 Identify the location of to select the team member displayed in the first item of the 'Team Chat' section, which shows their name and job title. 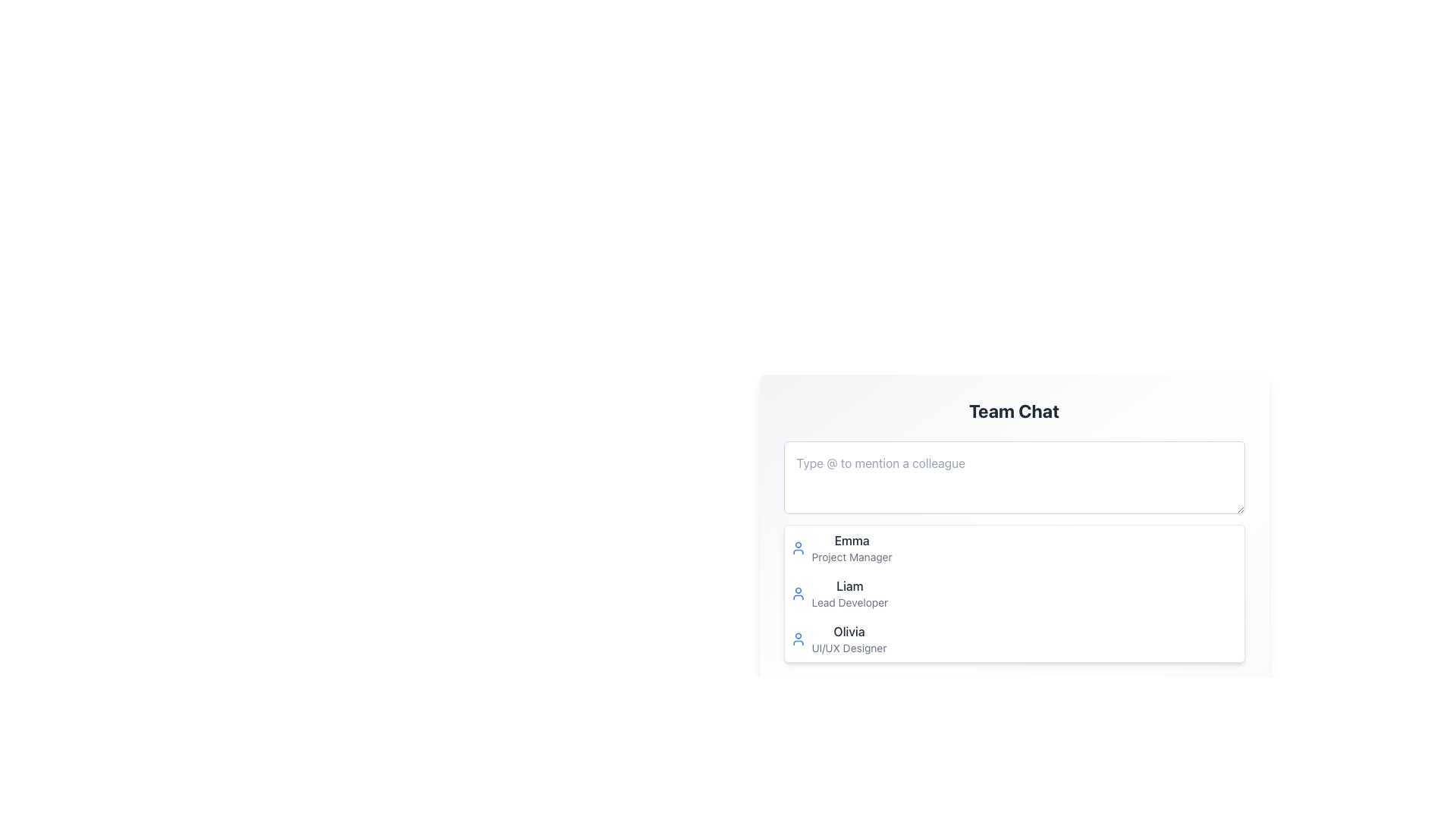
(852, 548).